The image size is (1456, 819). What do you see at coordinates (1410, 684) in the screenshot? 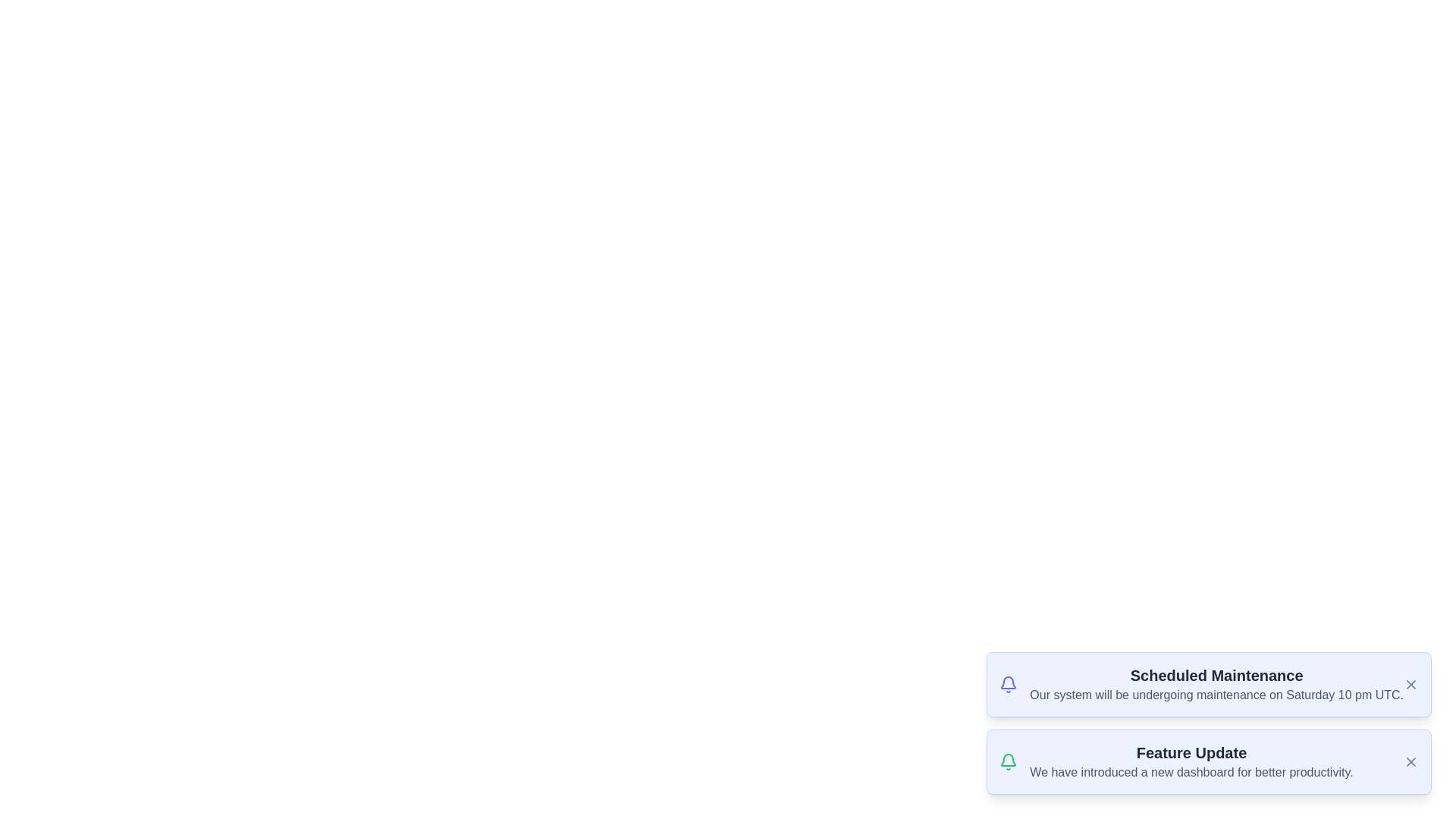
I see `the close button of the notification to observe the hover effect` at bounding box center [1410, 684].